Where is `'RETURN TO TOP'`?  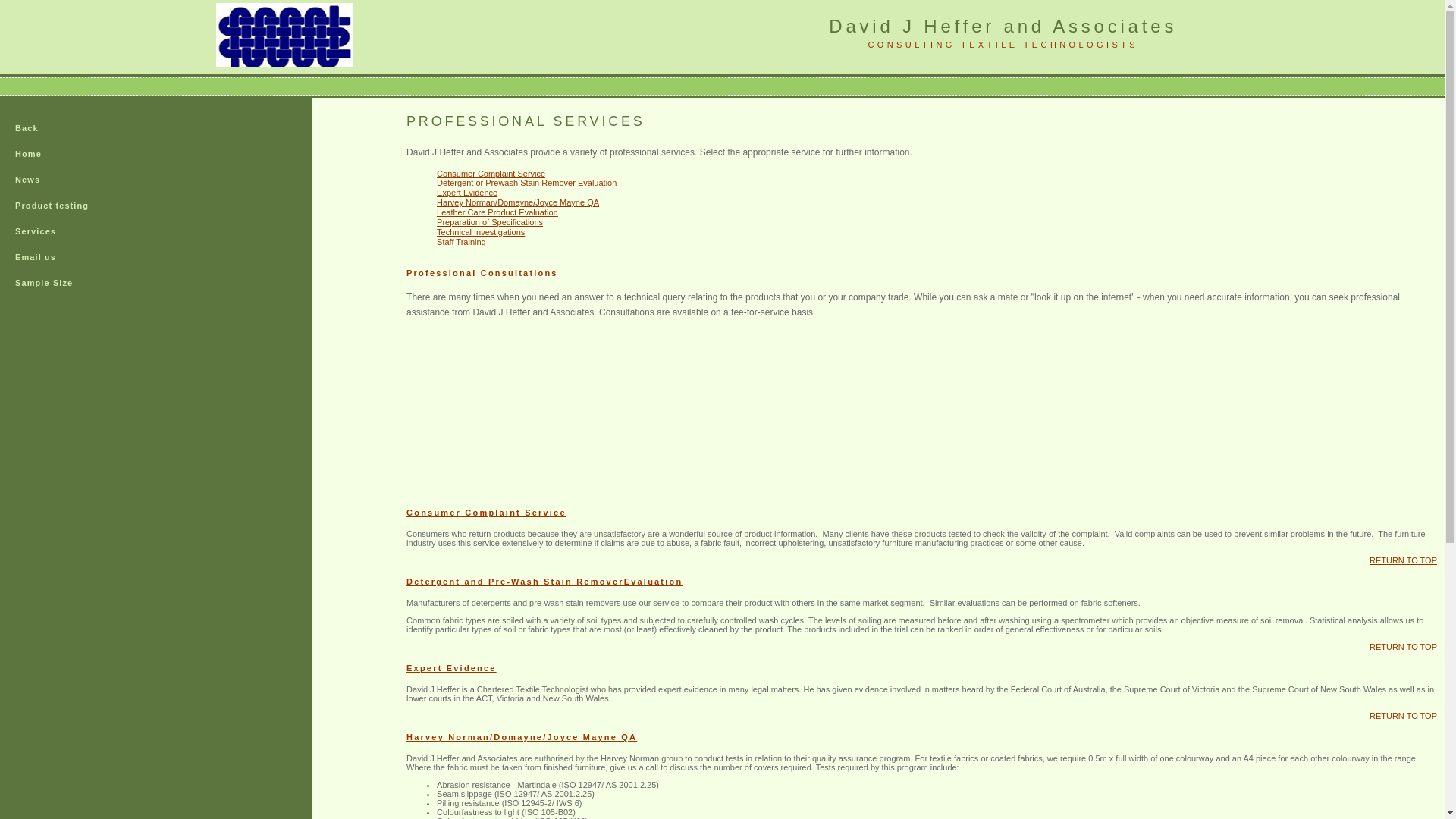
'RETURN TO TOP' is located at coordinates (1402, 560).